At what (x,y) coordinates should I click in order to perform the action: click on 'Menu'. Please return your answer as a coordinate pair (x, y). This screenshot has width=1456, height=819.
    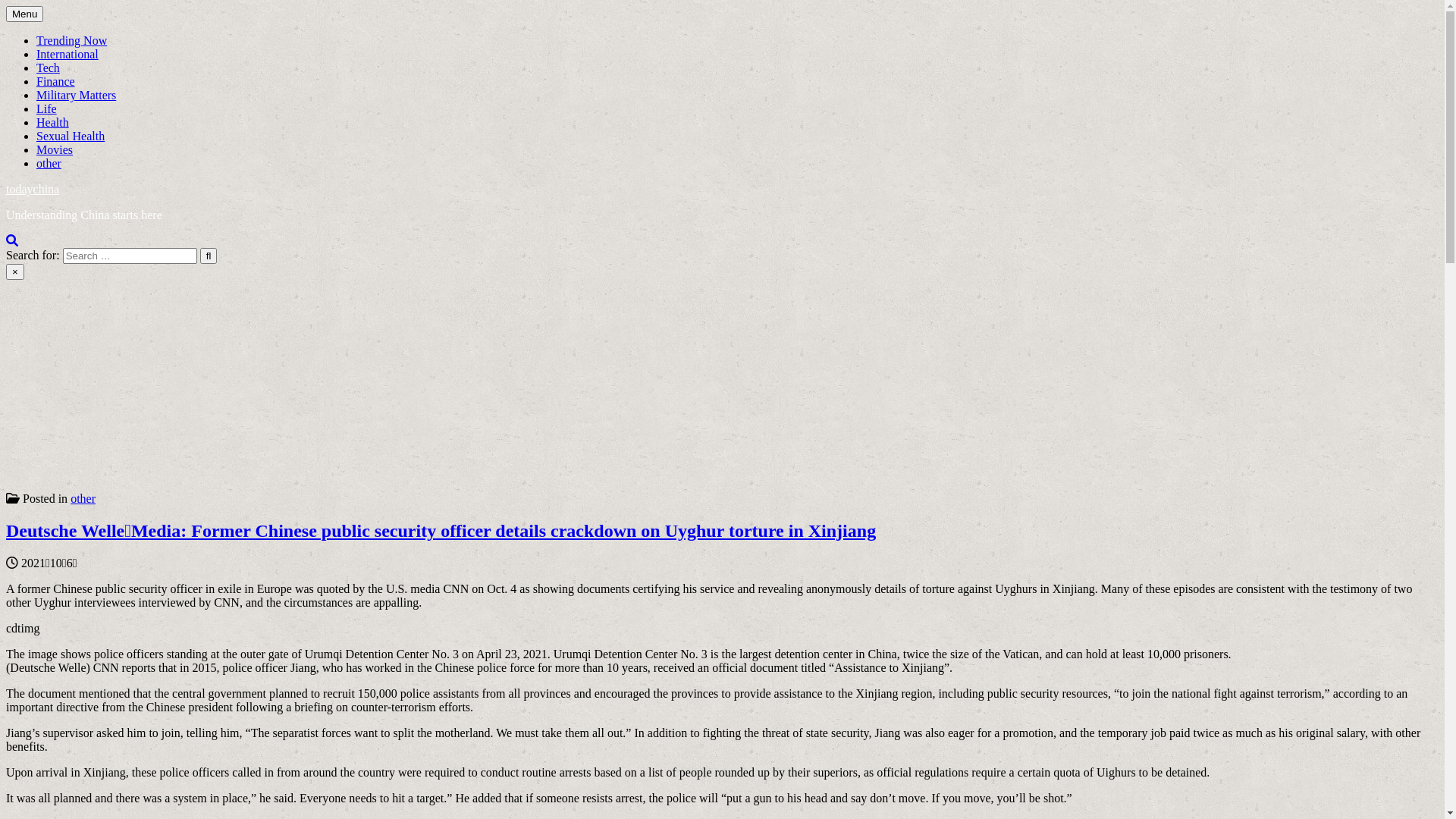
    Looking at the image, I should click on (24, 14).